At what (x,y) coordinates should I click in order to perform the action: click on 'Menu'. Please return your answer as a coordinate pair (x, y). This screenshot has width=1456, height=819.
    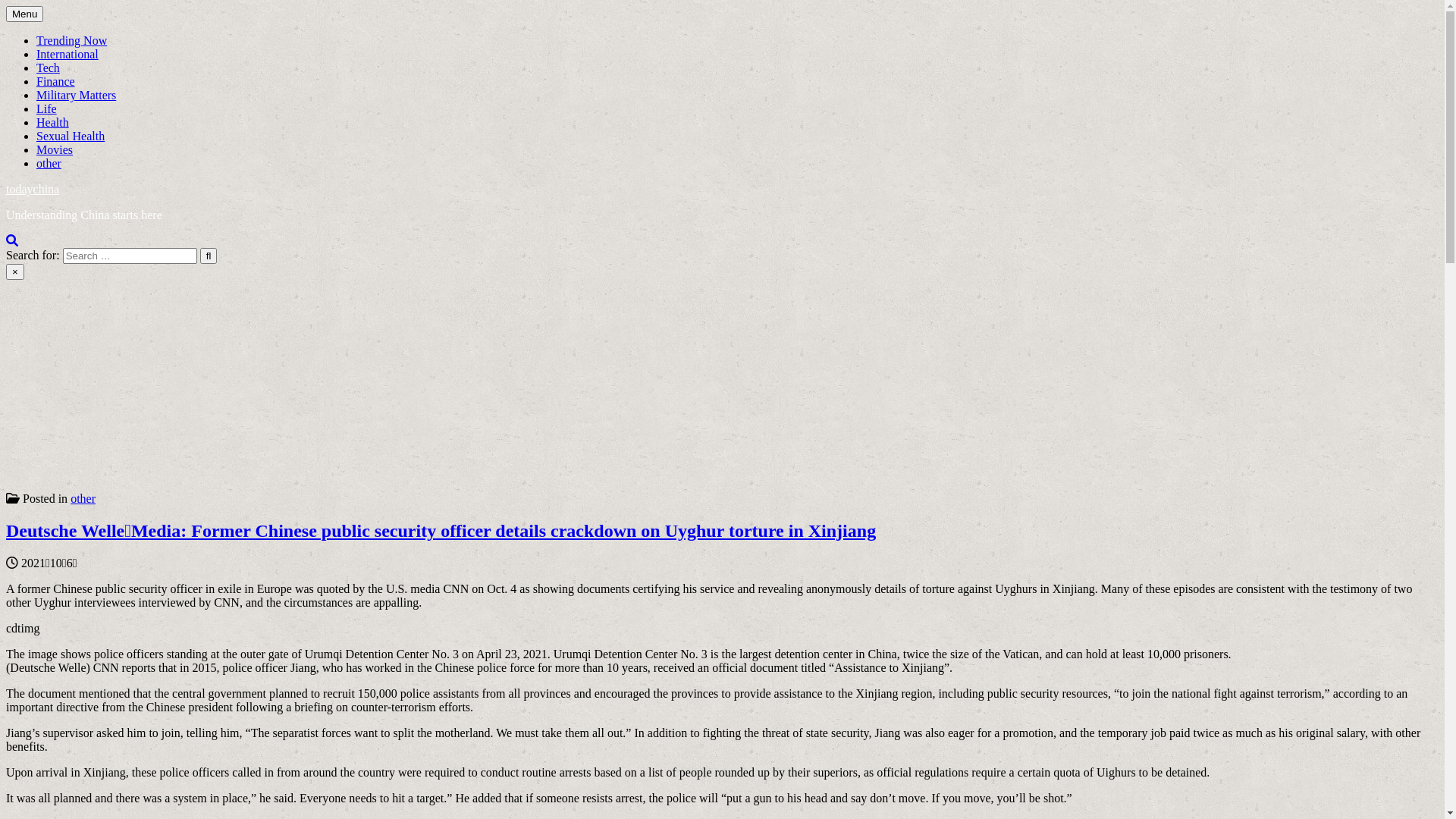
    Looking at the image, I should click on (24, 14).